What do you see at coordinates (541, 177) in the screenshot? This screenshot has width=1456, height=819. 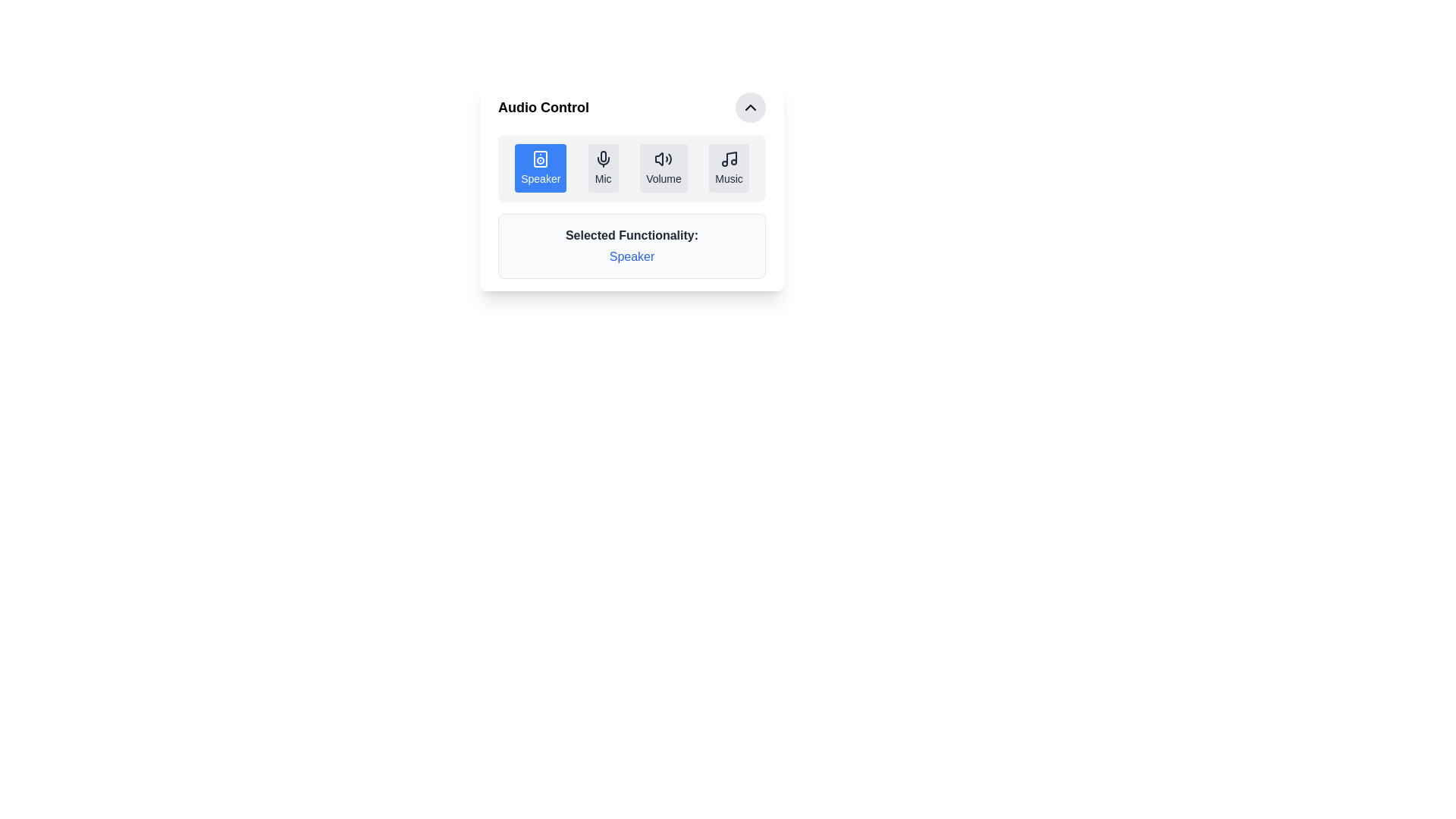 I see `the 'Speaker' text label located beneath the speaker icon within the blue rectangular button in the 'Audio Control' panel` at bounding box center [541, 177].